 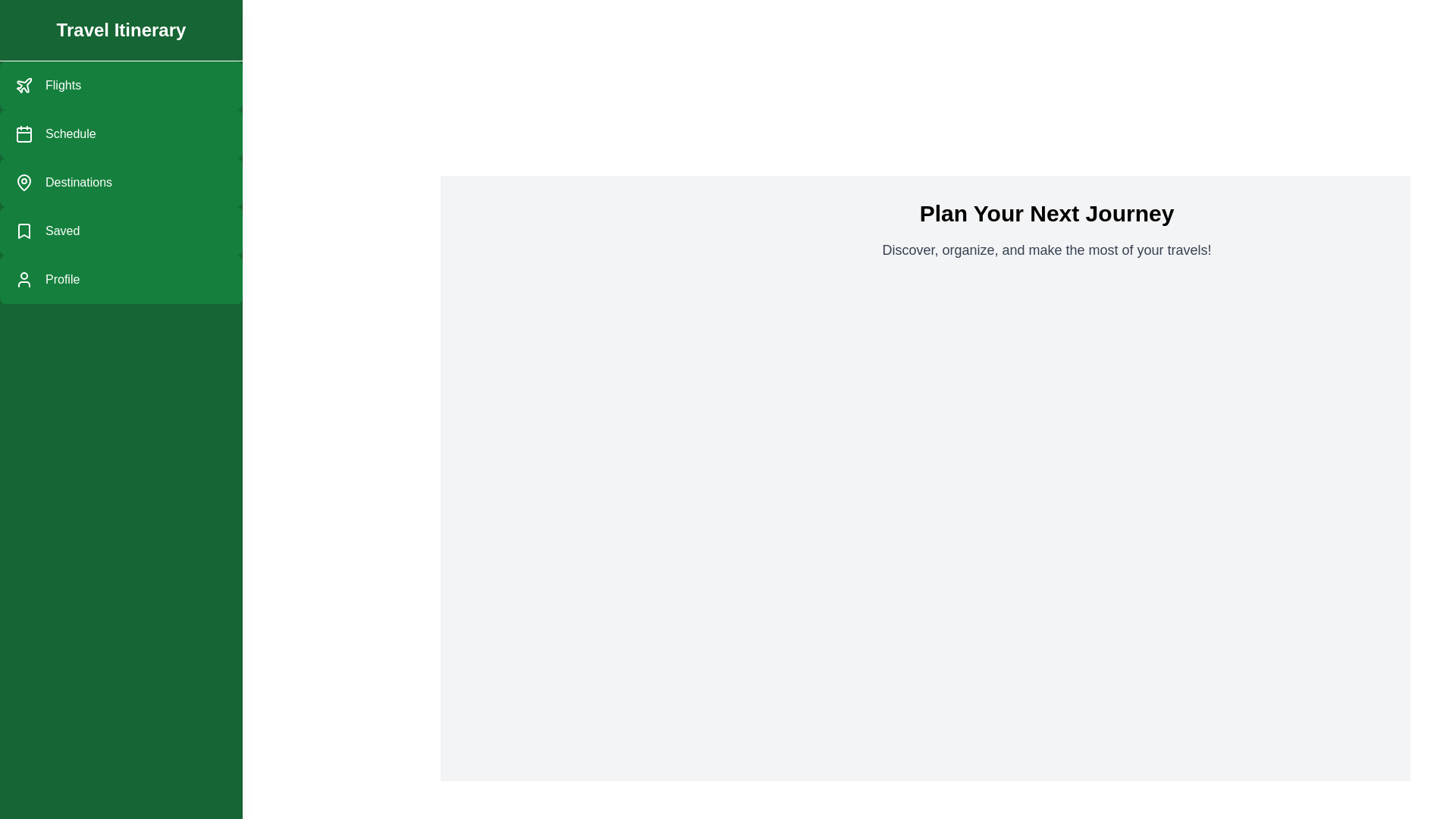 I want to click on the airplane icon located before the 'Flights' text in the vertical navigation menu, so click(x=24, y=85).